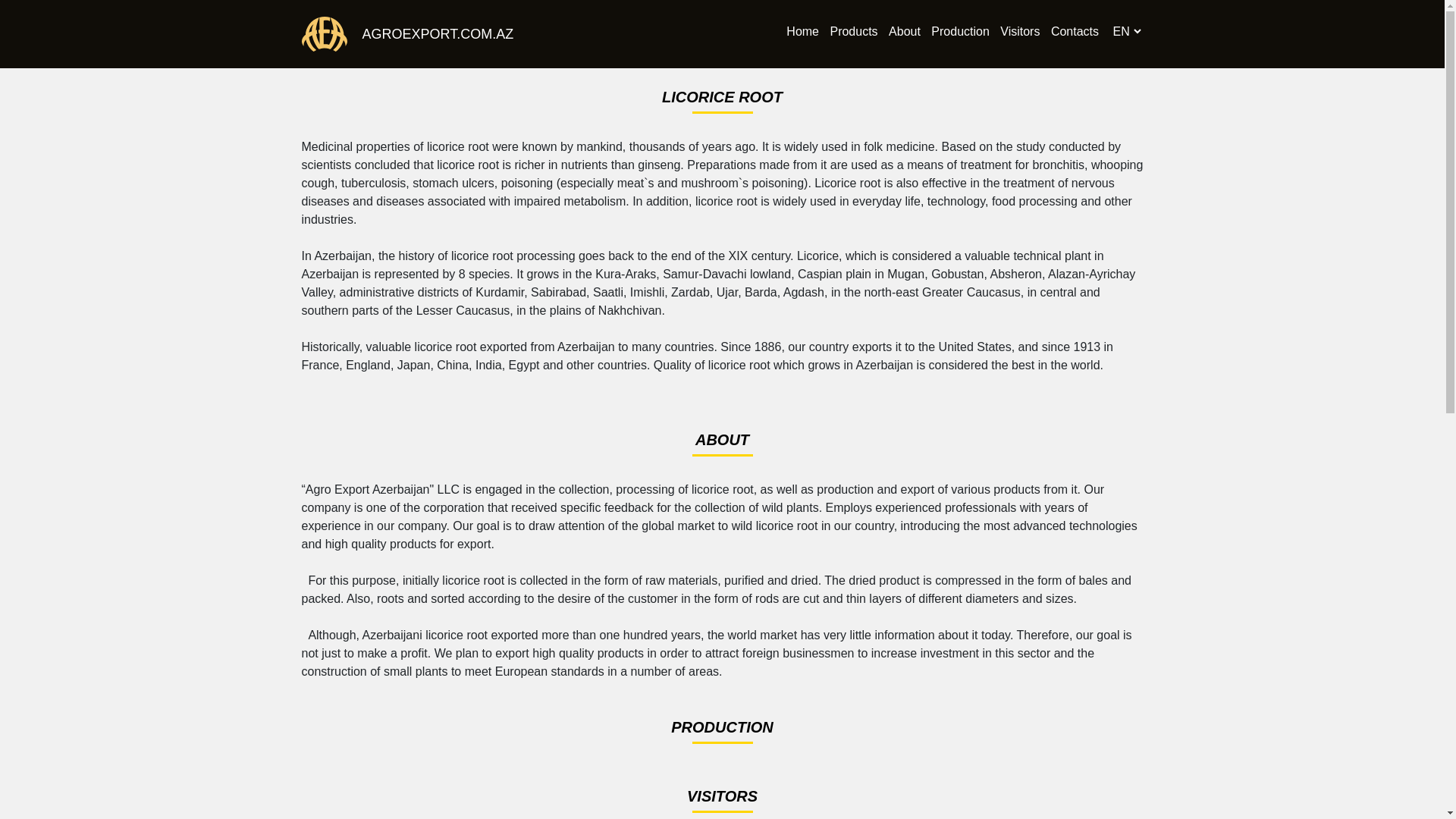 This screenshot has height=819, width=1456. I want to click on 'Production', so click(959, 33).